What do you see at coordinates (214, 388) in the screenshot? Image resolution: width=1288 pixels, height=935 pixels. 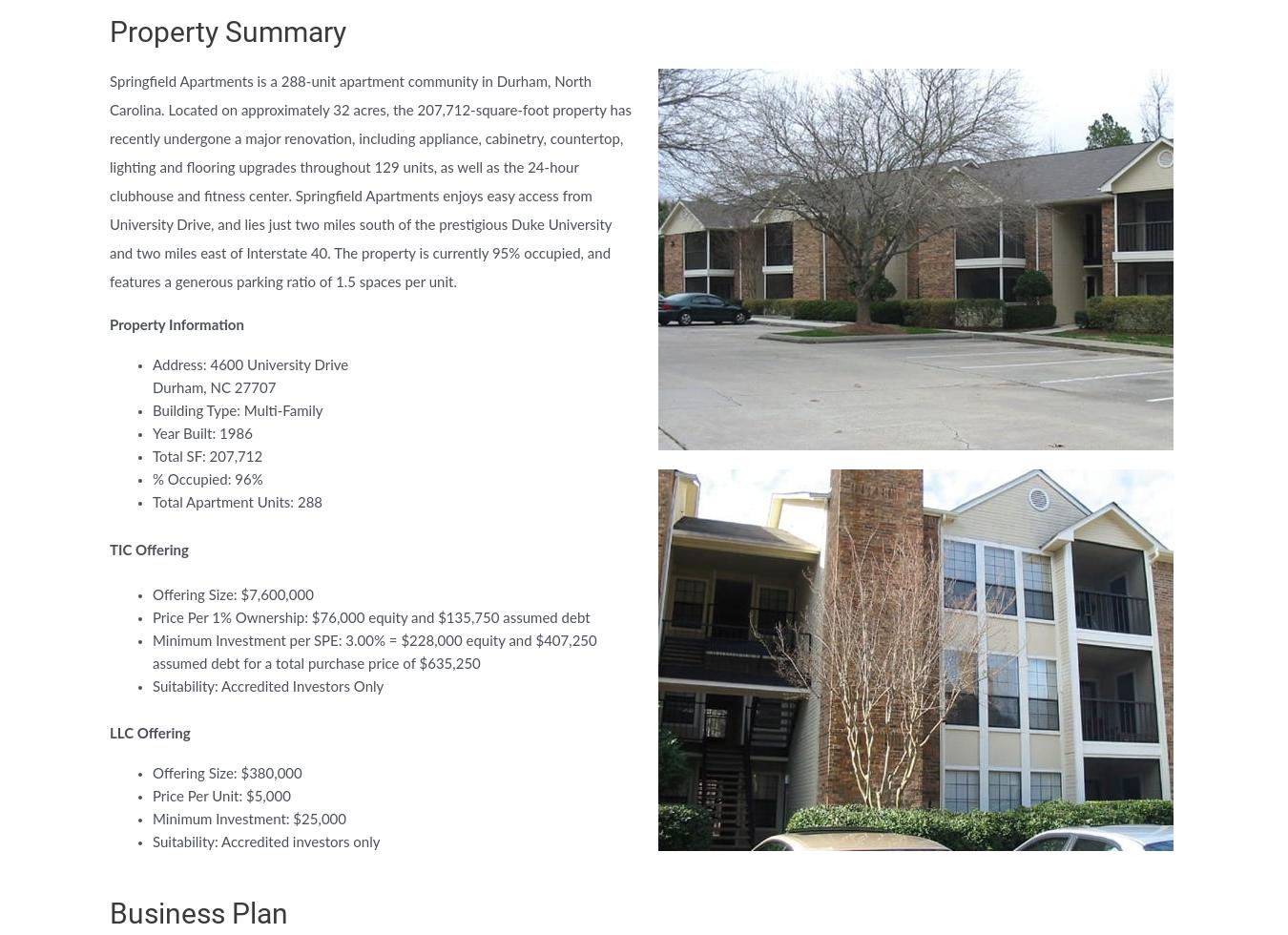 I see `'Durham, NC 27707'` at bounding box center [214, 388].